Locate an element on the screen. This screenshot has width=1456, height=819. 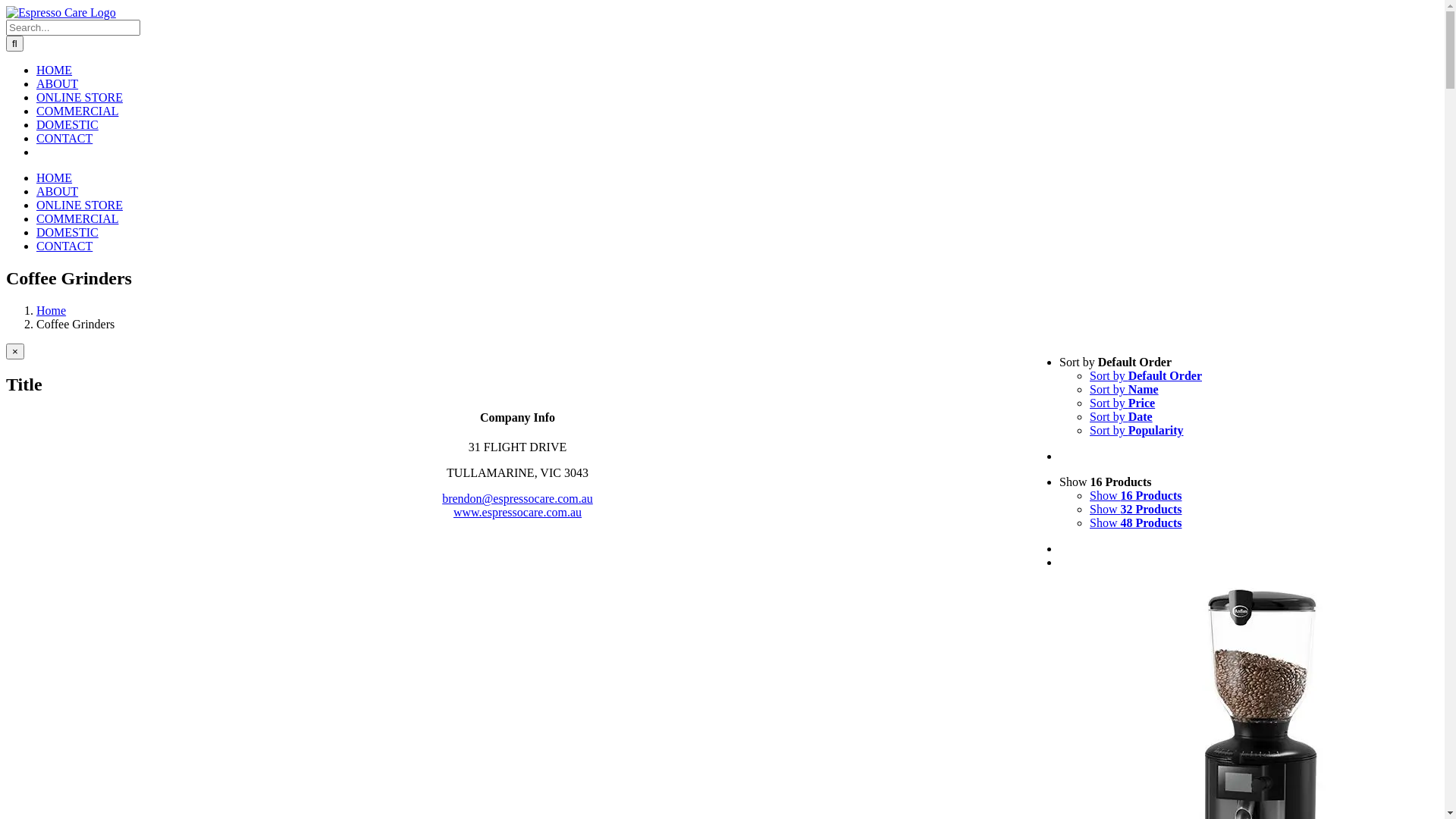
'HOME' is located at coordinates (36, 177).